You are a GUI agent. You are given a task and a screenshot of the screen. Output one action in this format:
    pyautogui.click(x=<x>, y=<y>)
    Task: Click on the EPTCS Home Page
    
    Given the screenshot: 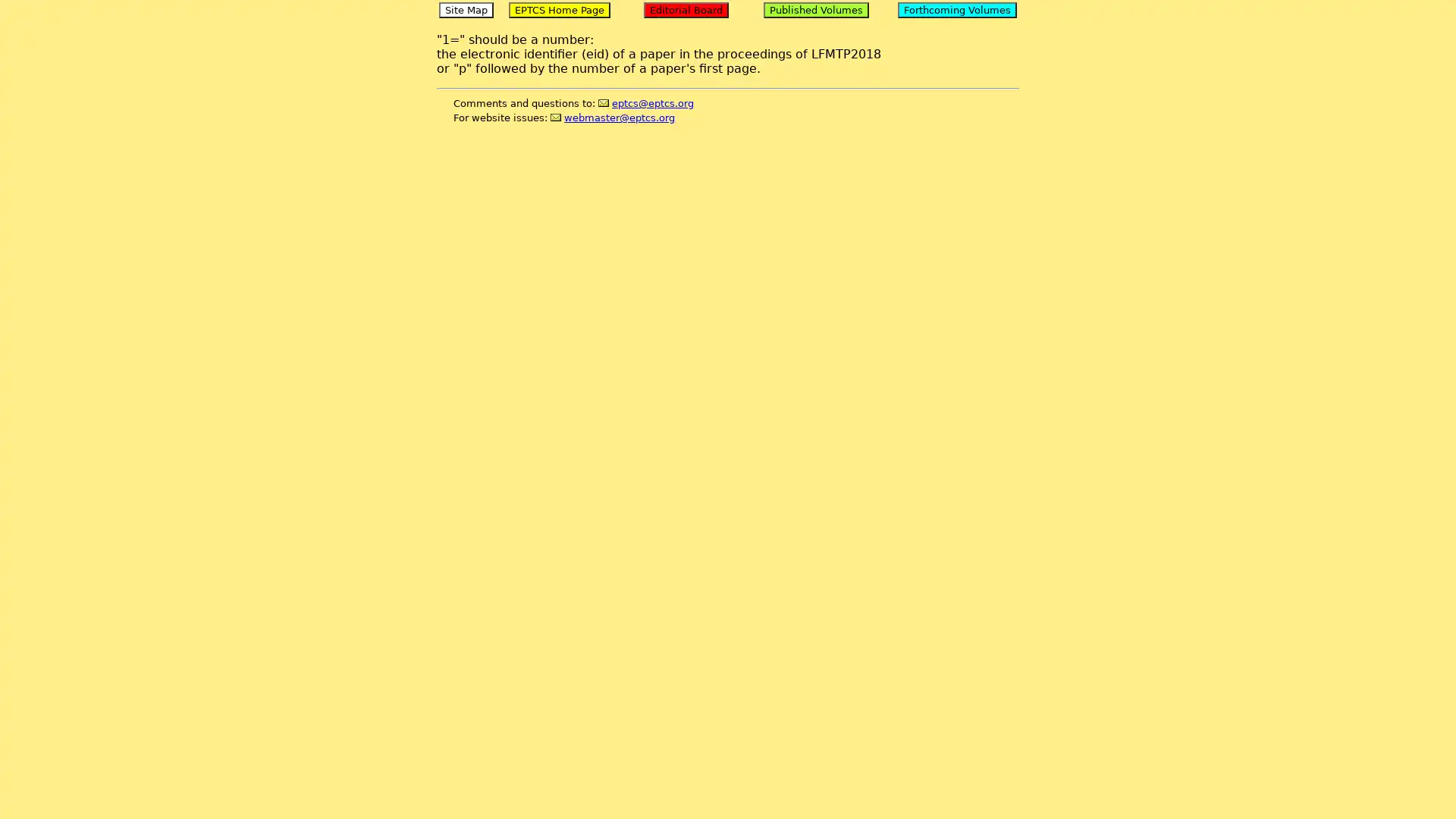 What is the action you would take?
    pyautogui.click(x=558, y=10)
    